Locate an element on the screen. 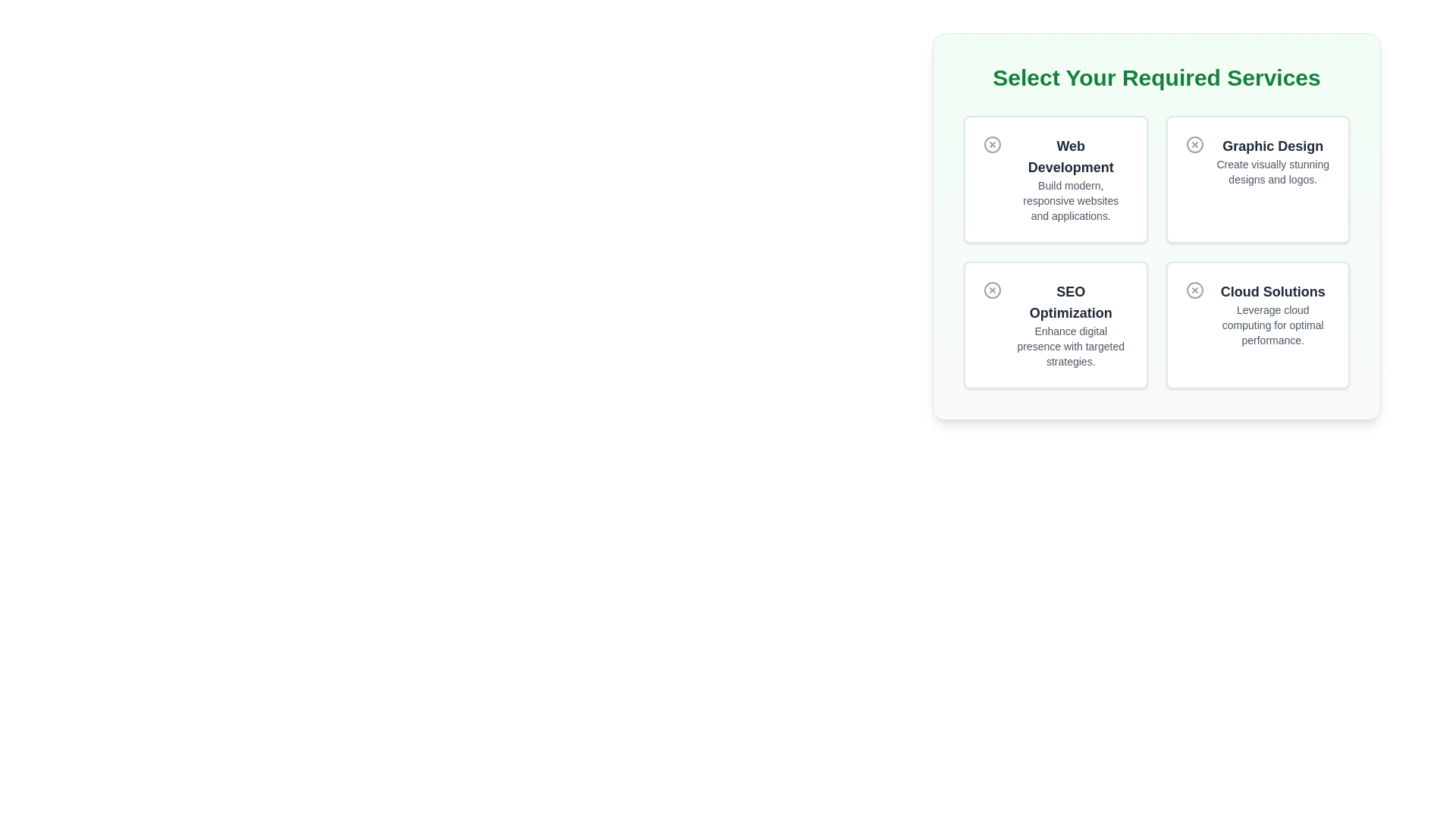 Image resolution: width=1456 pixels, height=819 pixels. the static text header located at the top section of its containing box, just above the service option cards is located at coordinates (1156, 78).